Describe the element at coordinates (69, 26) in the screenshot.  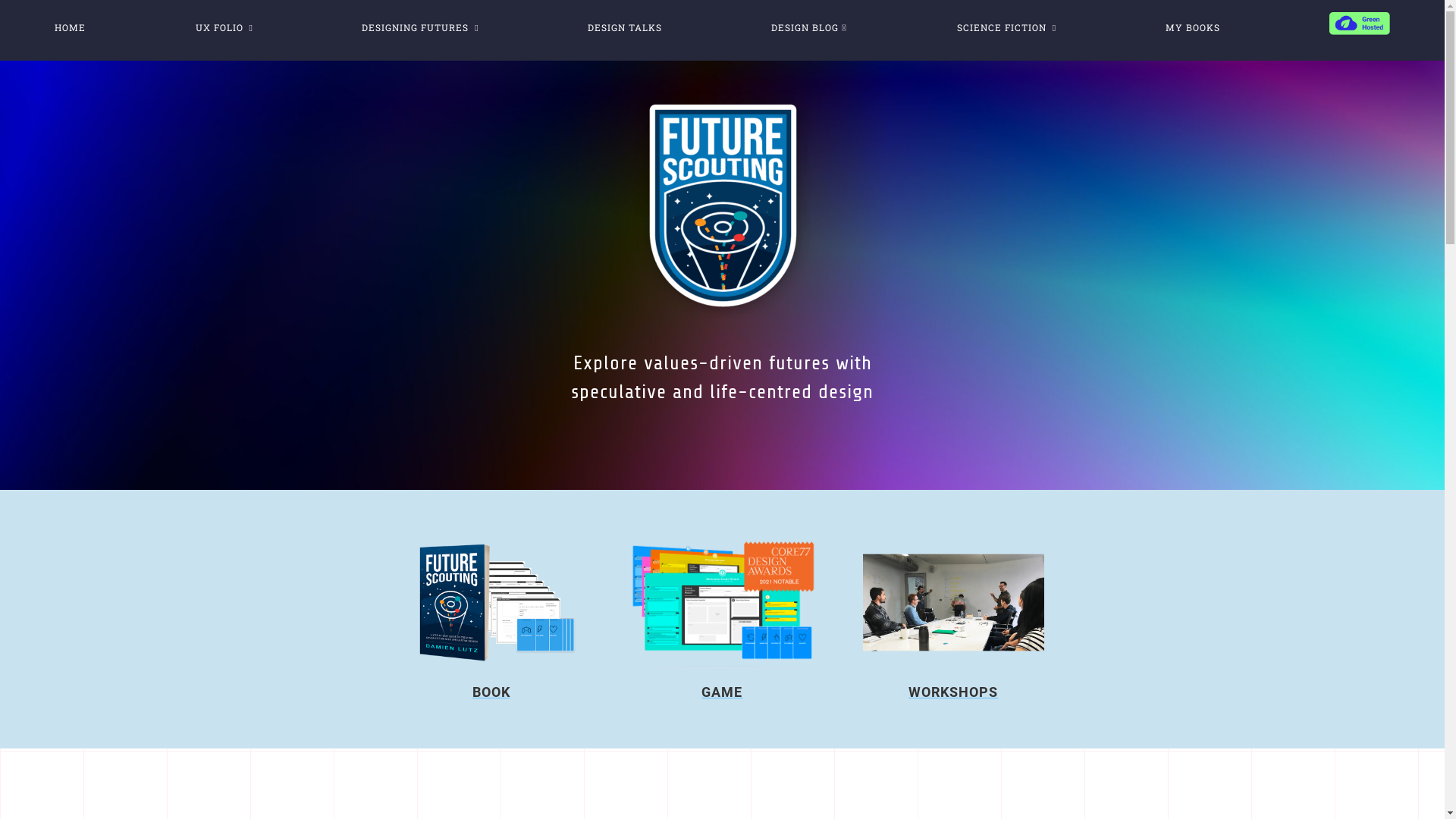
I see `'HOME'` at that location.